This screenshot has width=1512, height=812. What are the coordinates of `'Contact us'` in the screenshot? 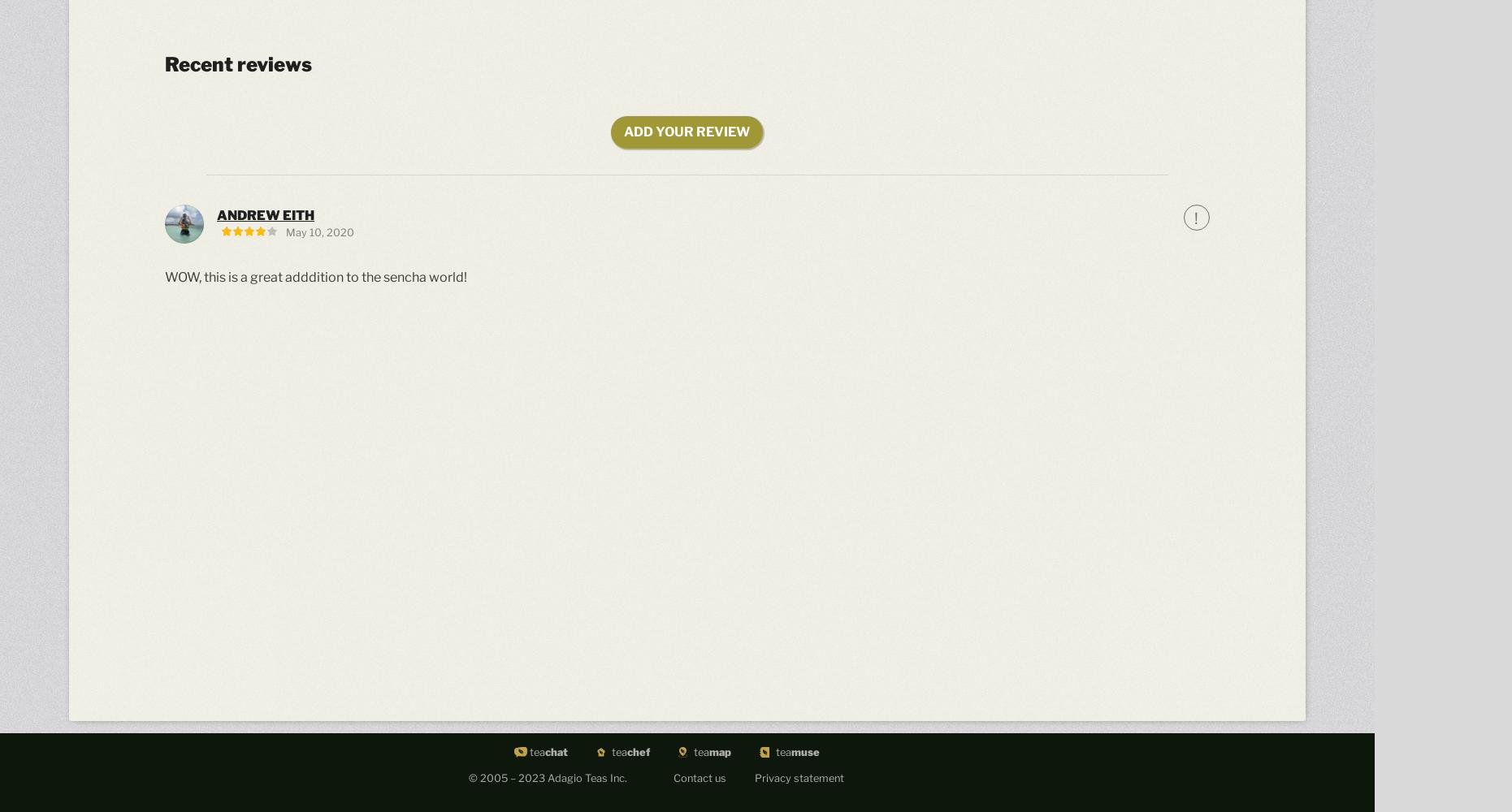 It's located at (699, 777).